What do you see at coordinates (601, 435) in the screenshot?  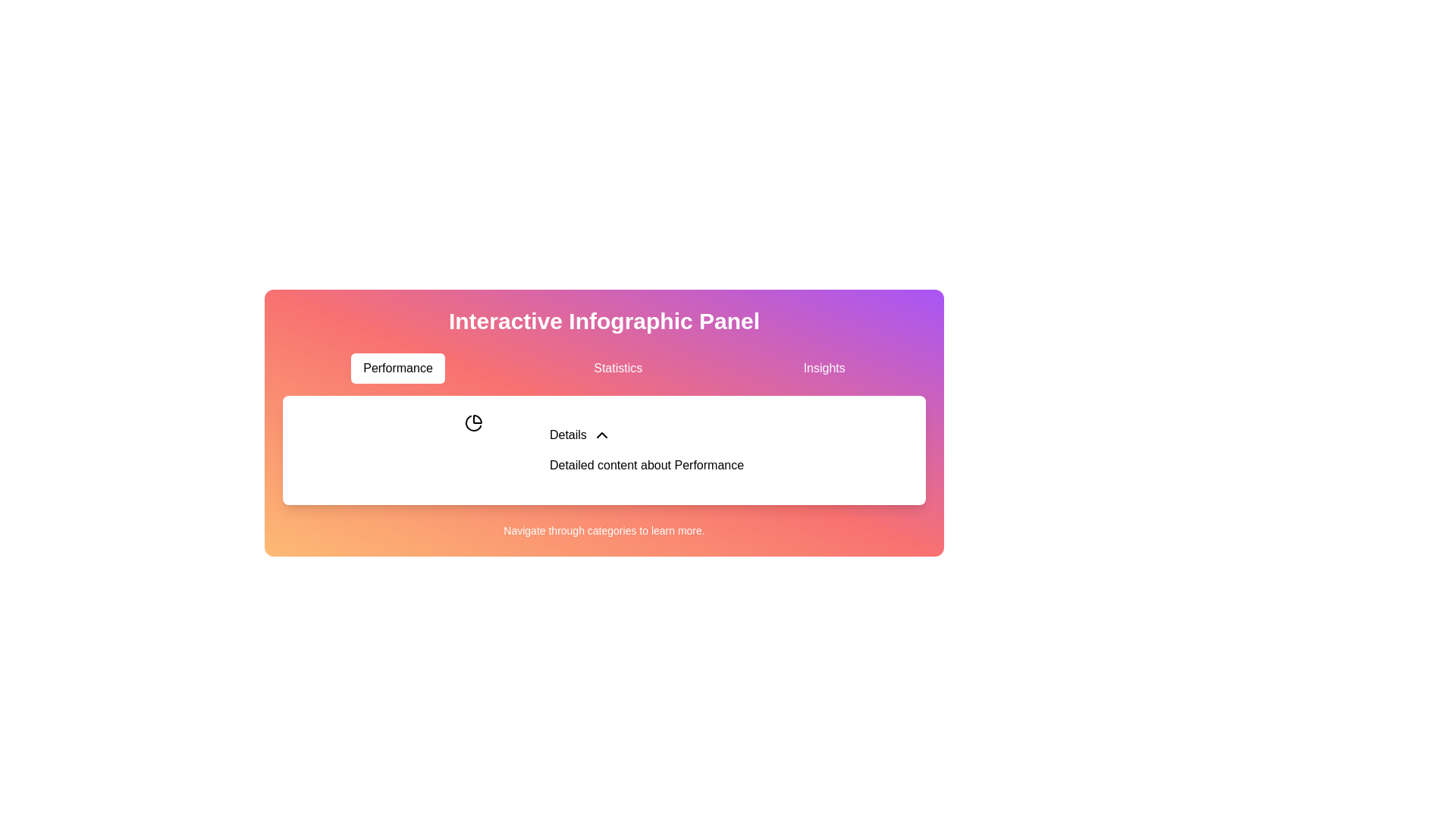 I see `the upward-pointing chevron icon next to the text 'Details'` at bounding box center [601, 435].